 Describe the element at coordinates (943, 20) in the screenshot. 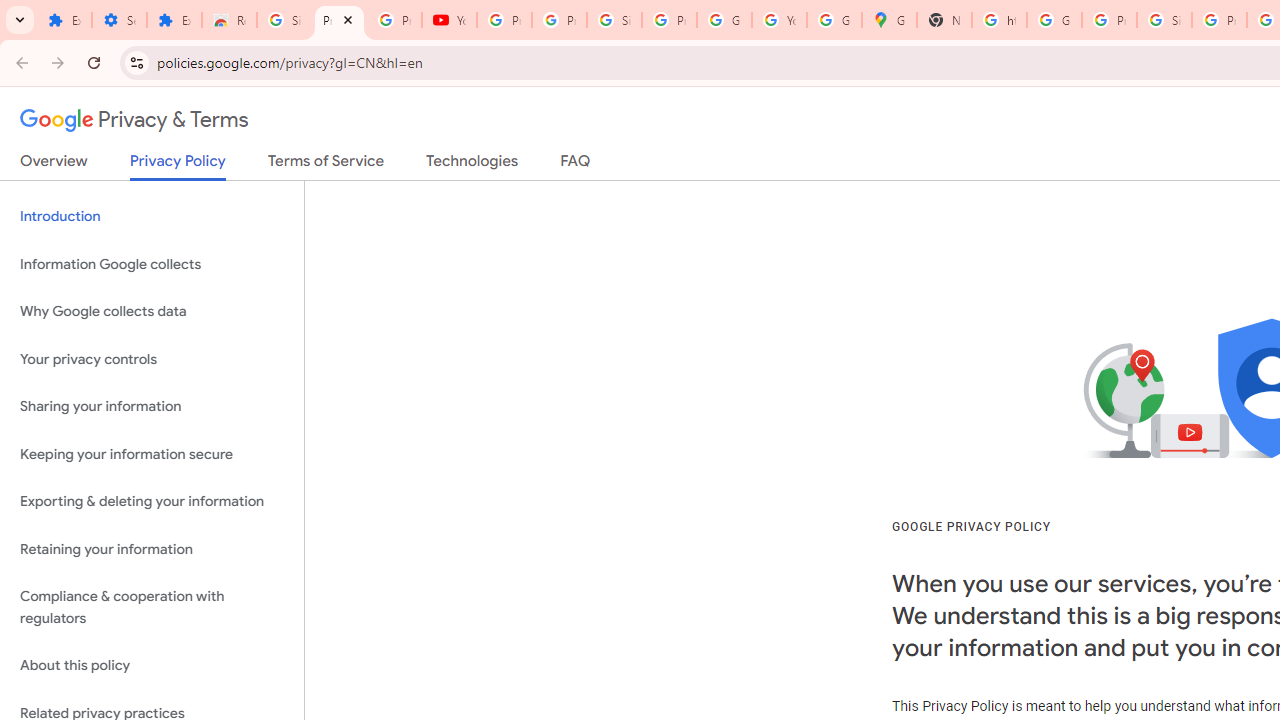

I see `'New Tab'` at that location.